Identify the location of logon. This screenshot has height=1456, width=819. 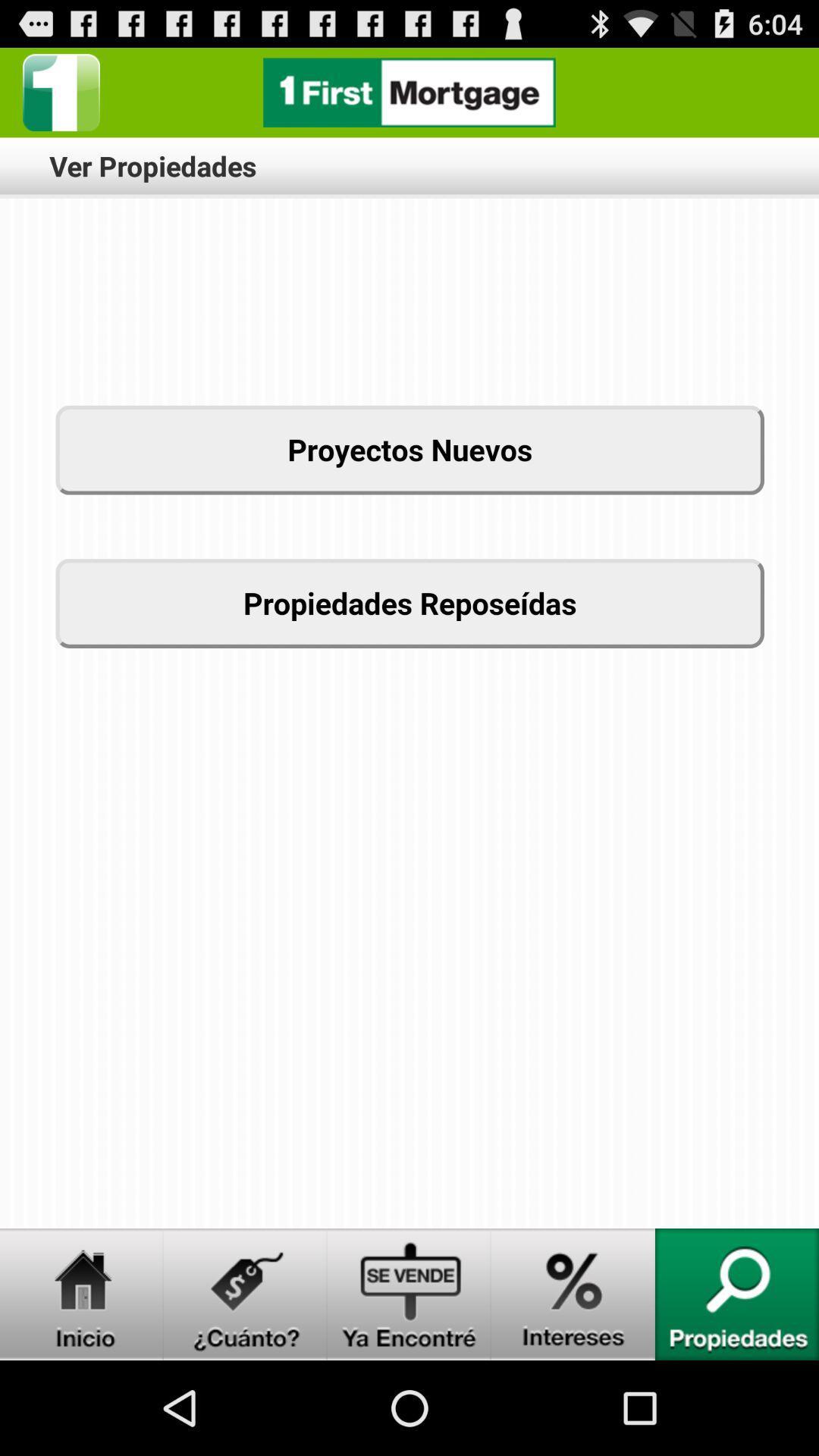
(409, 1294).